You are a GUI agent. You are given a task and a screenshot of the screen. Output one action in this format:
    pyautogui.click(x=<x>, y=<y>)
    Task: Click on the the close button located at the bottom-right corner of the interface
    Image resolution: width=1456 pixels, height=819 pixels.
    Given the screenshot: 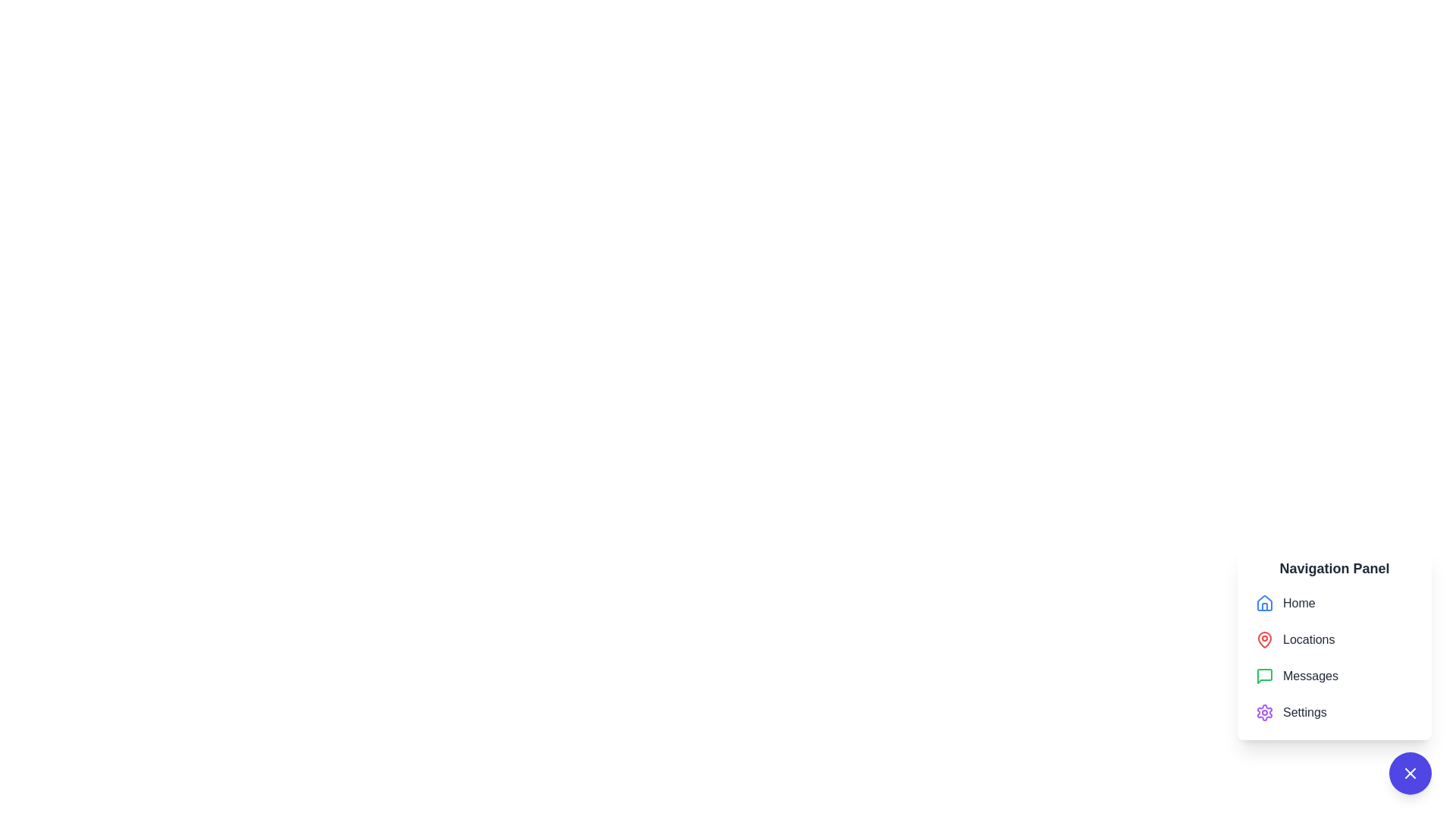 What is the action you would take?
    pyautogui.click(x=1410, y=773)
    